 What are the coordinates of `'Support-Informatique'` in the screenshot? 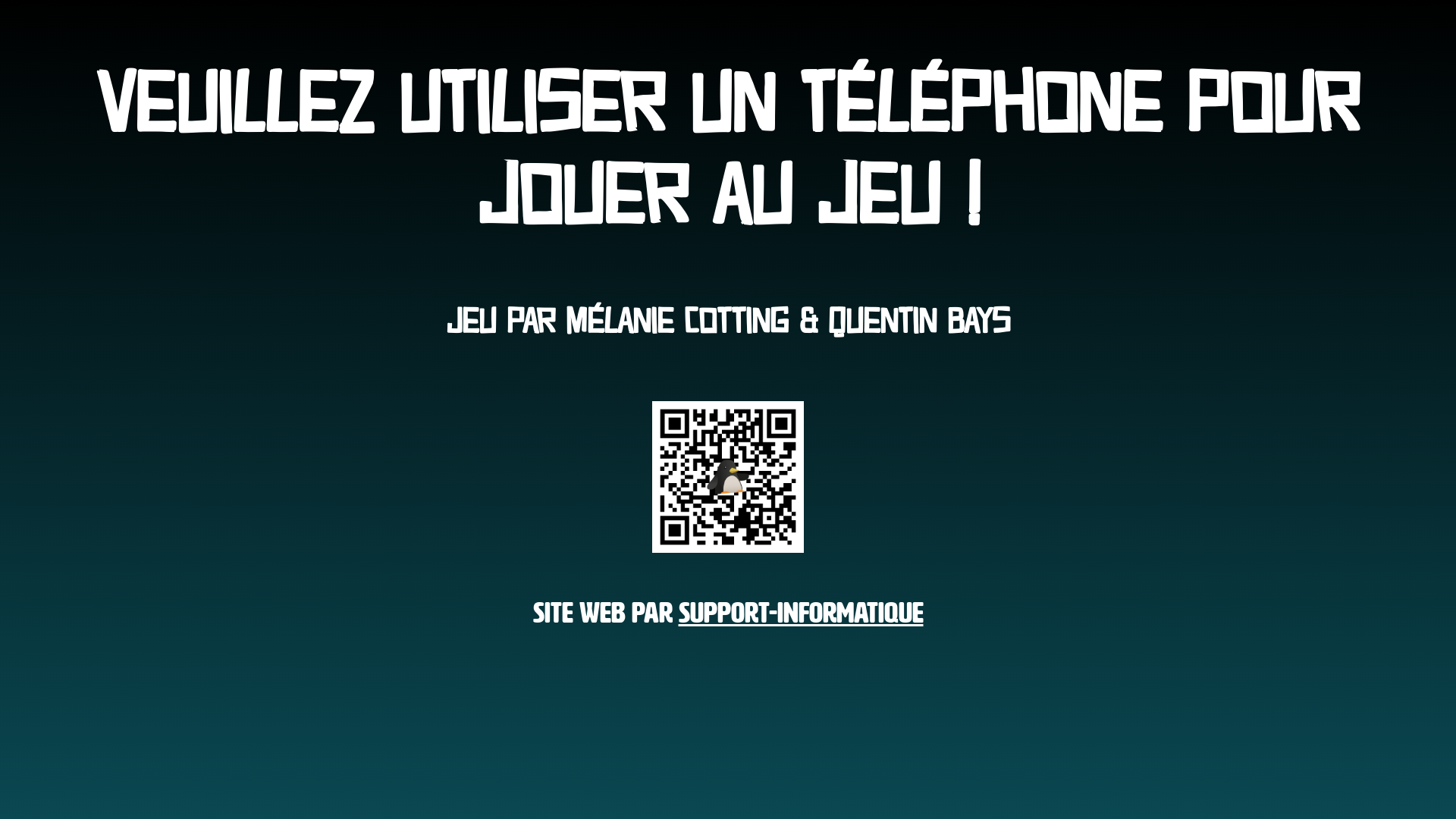 It's located at (799, 607).